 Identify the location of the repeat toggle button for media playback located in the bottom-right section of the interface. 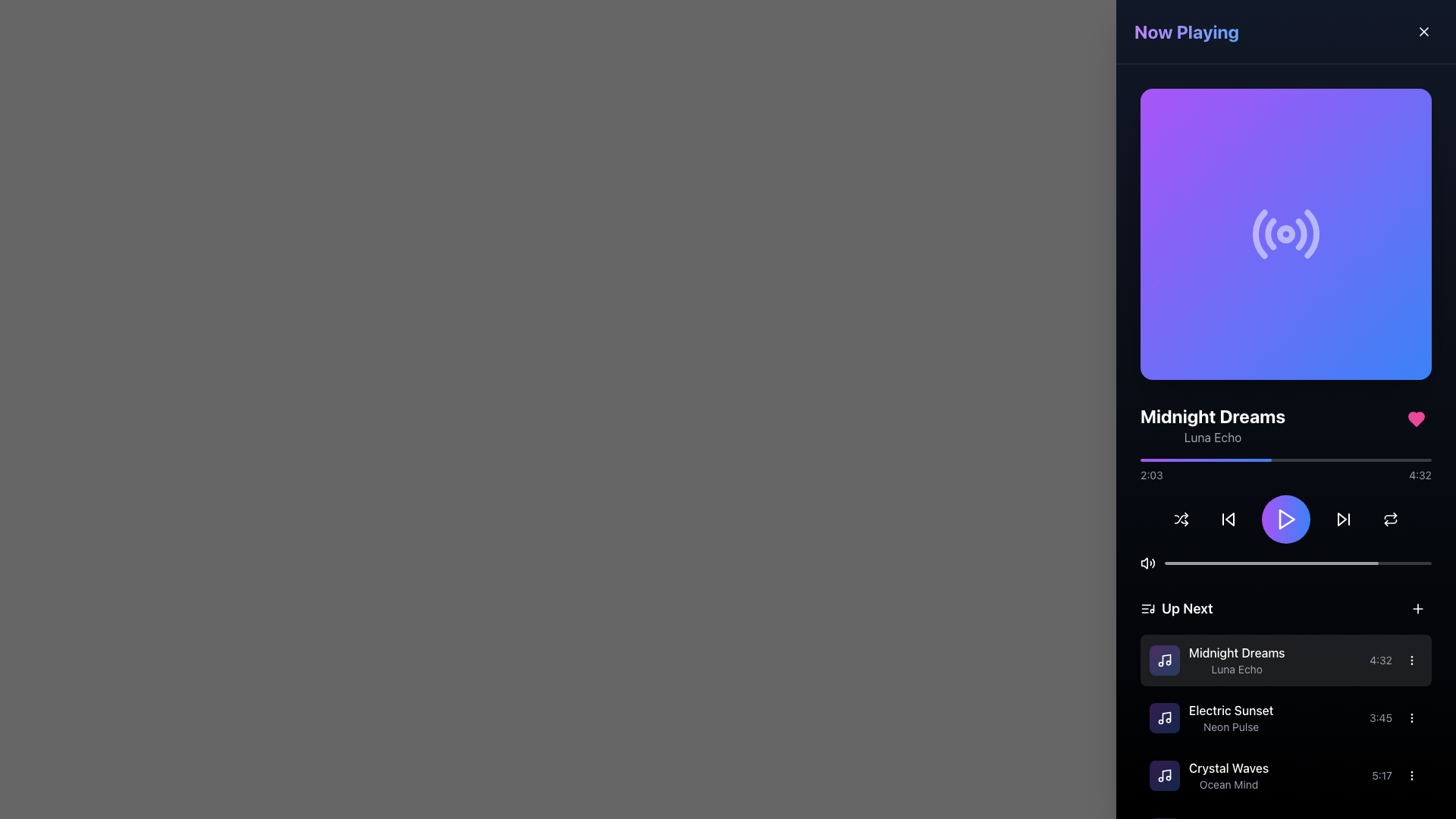
(1390, 519).